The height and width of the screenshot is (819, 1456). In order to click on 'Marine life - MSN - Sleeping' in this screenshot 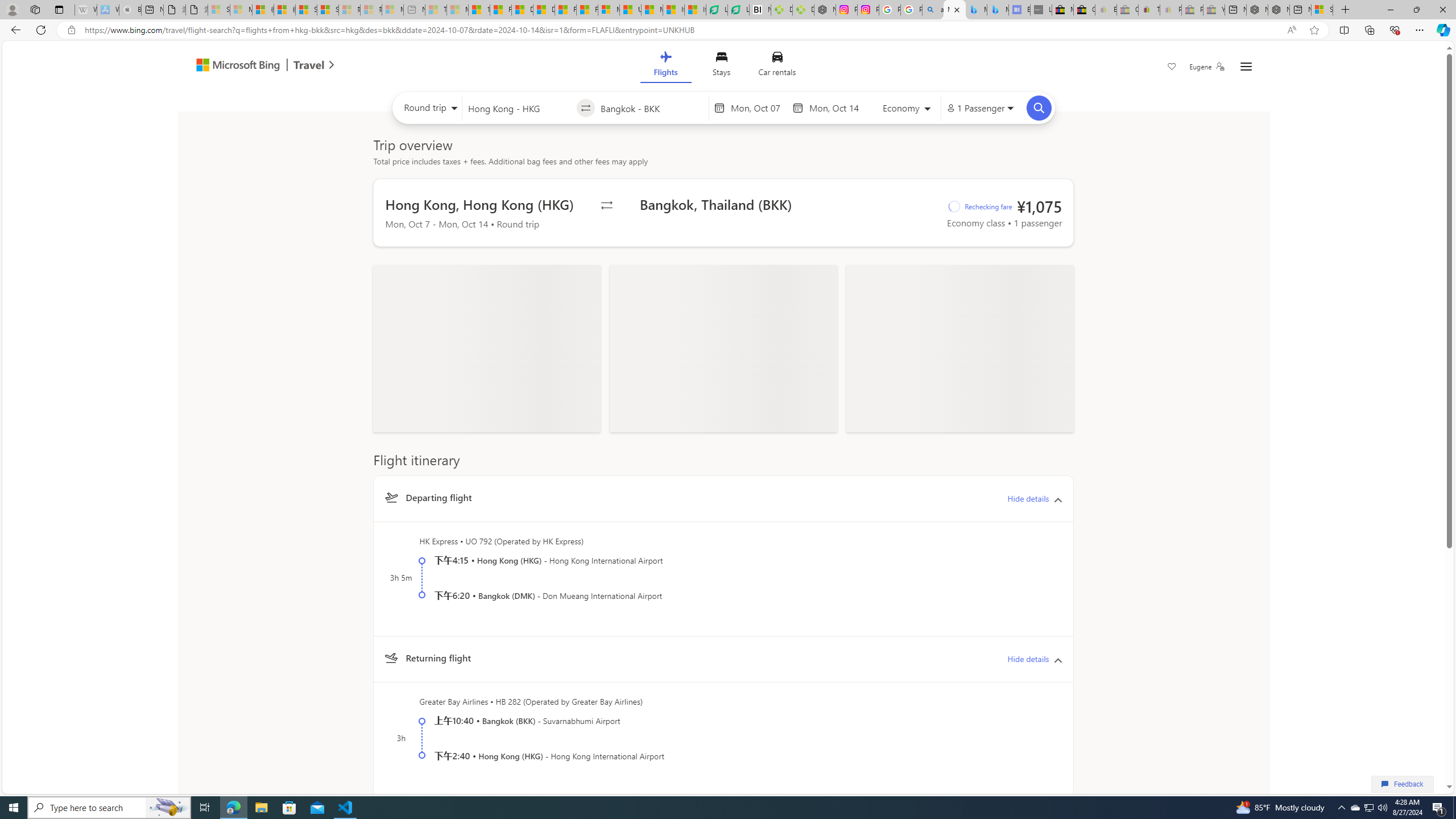, I will do `click(457, 9)`.